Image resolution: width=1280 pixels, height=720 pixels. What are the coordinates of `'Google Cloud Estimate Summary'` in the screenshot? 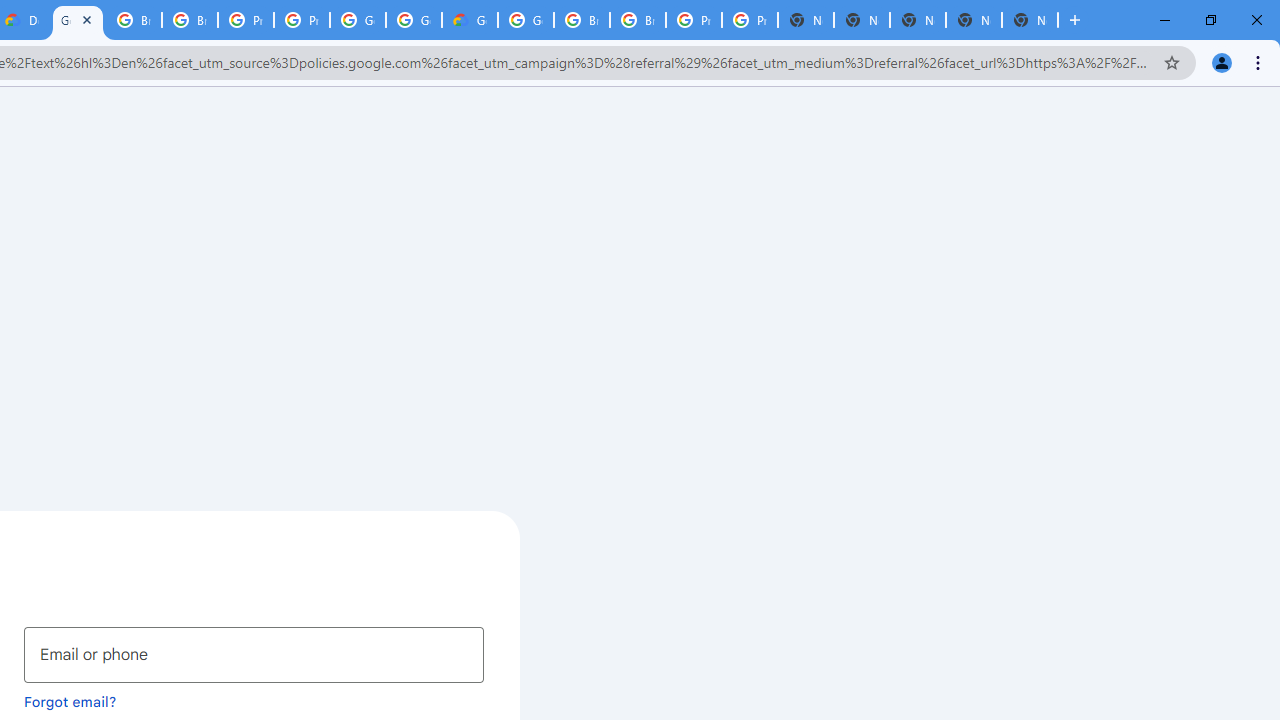 It's located at (468, 20).